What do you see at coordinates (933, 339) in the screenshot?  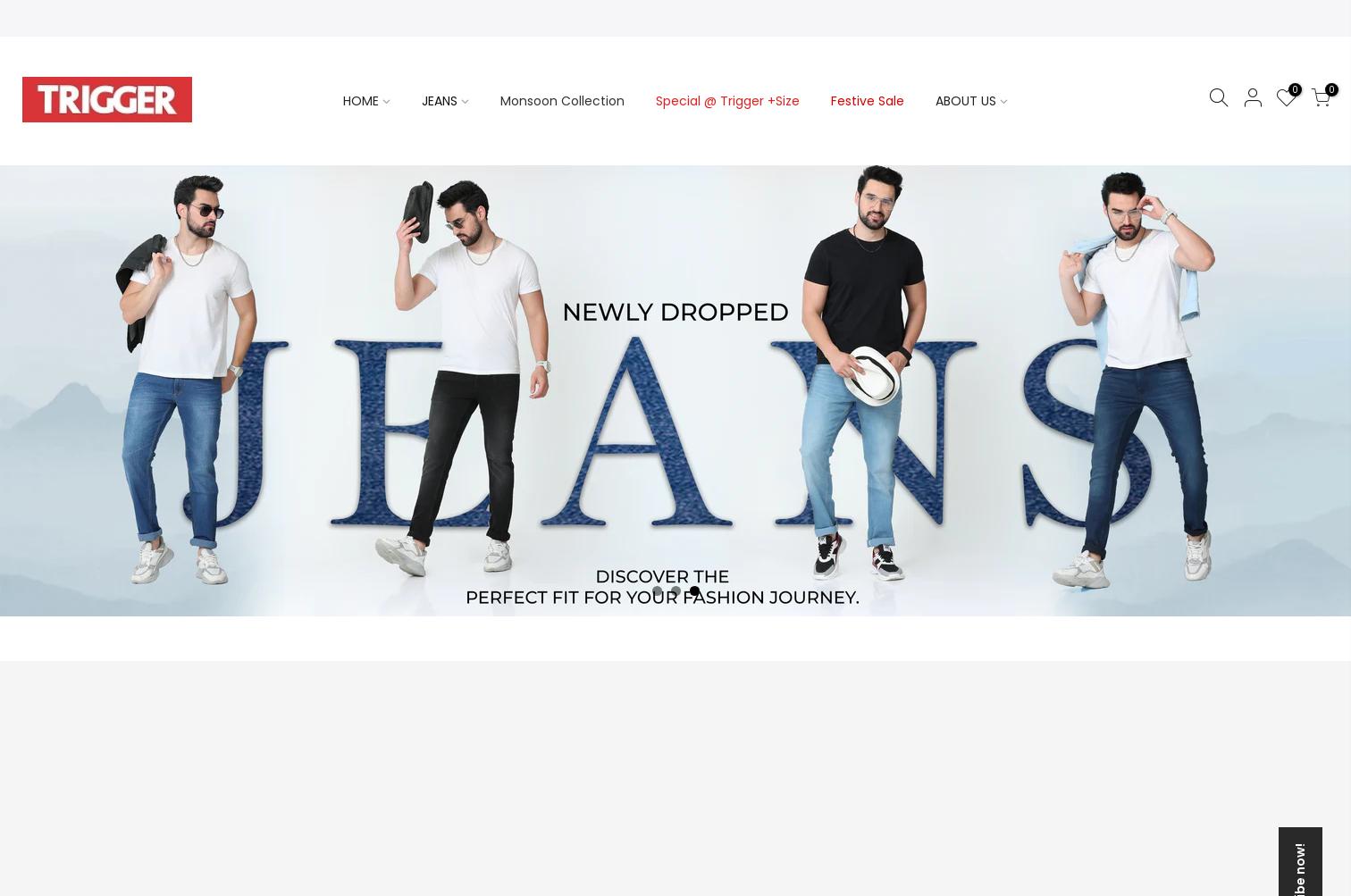 I see `'Privacy Policy'` at bounding box center [933, 339].